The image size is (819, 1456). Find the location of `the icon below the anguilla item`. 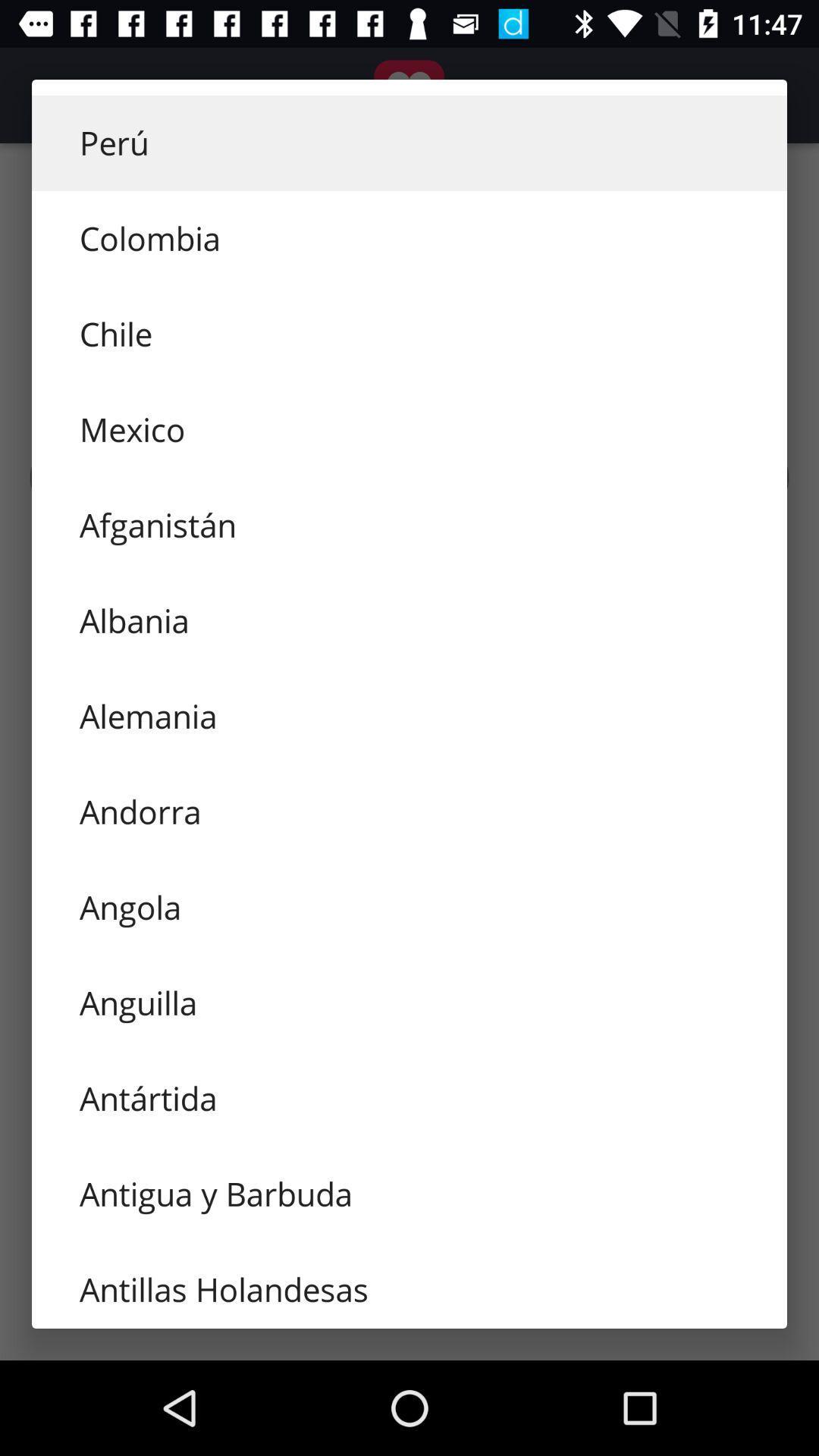

the icon below the anguilla item is located at coordinates (409, 1099).